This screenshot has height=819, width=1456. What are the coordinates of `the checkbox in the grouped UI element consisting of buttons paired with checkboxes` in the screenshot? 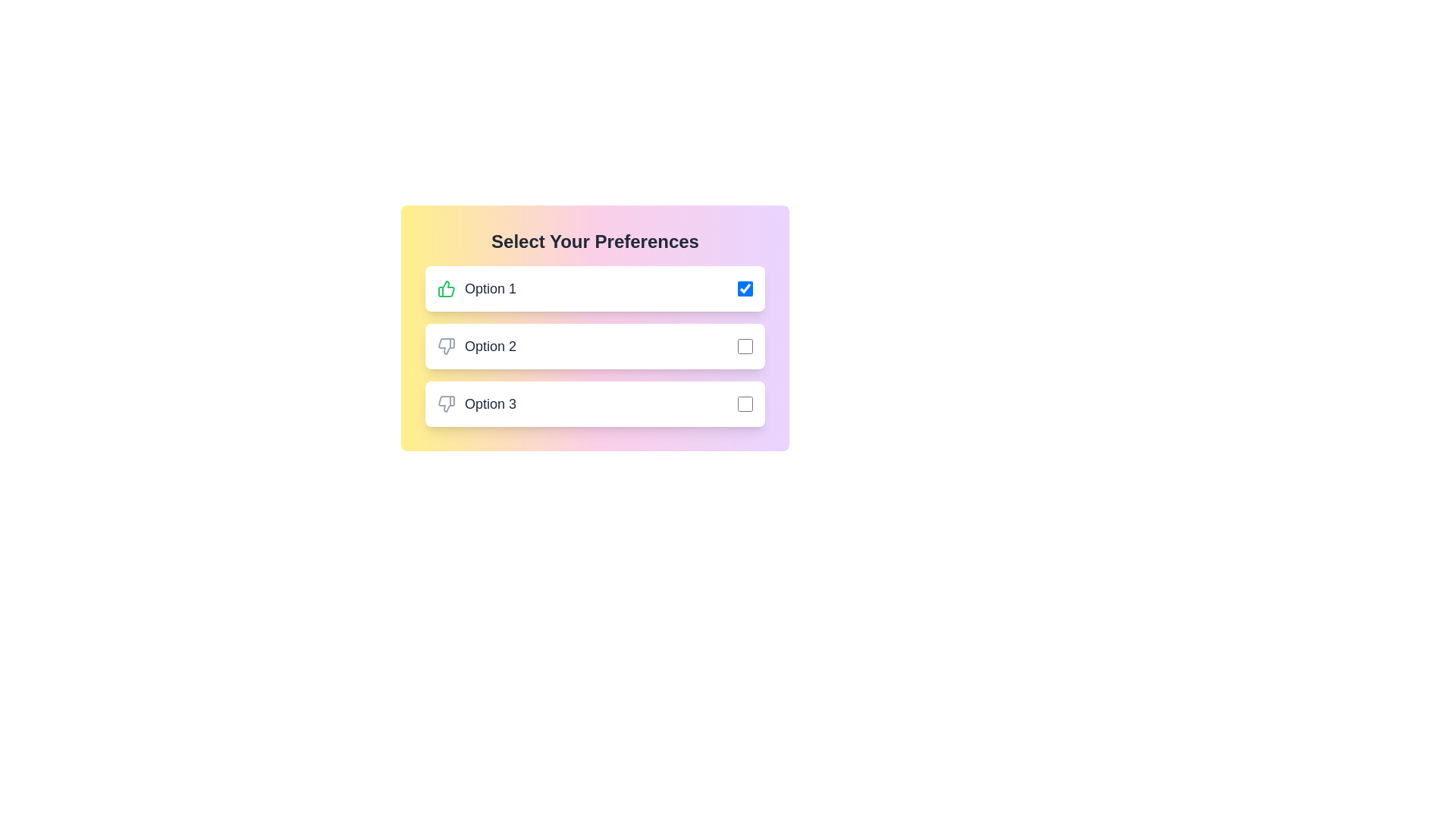 It's located at (595, 346).